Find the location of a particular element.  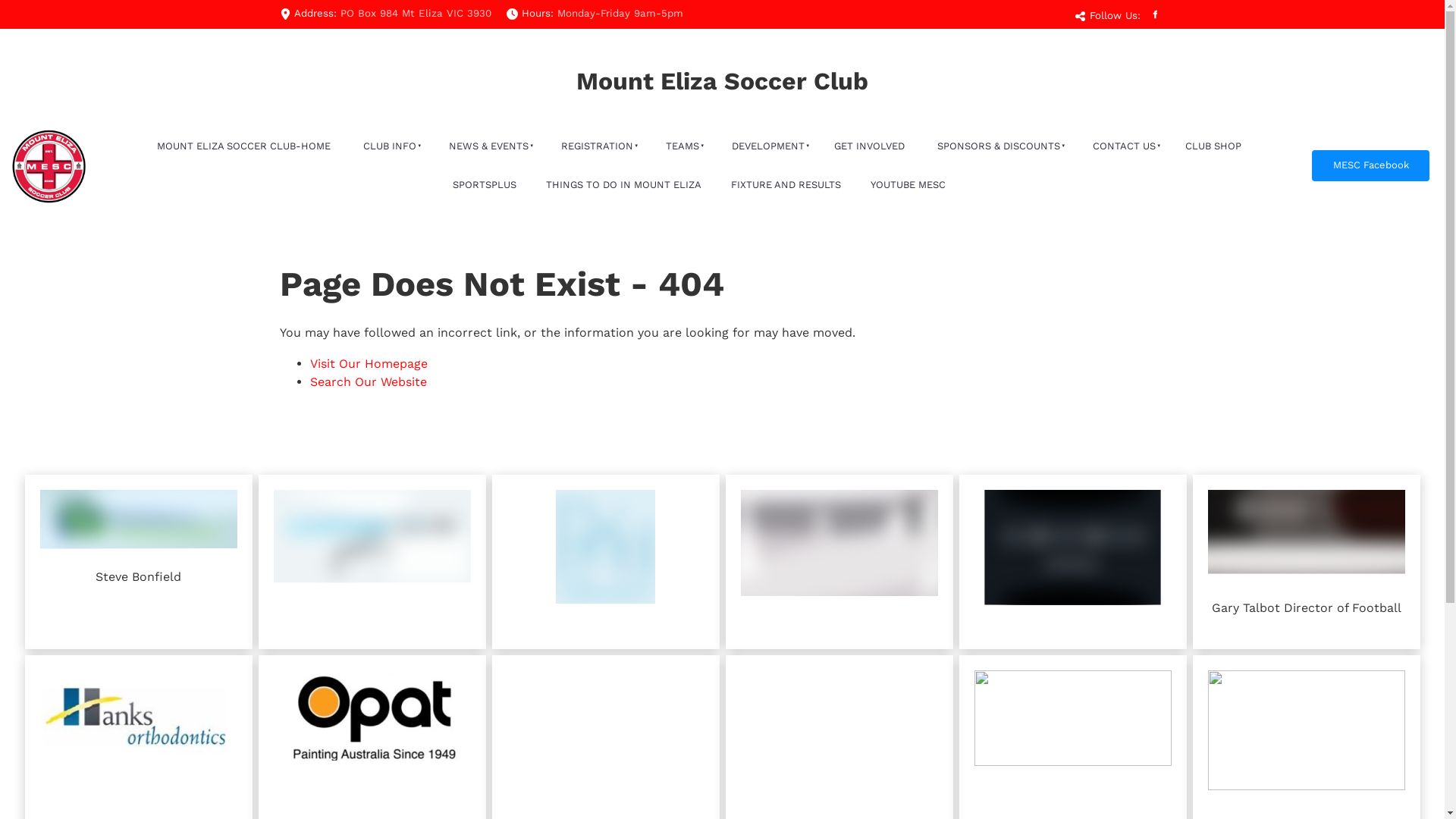

'YOUTUBE MESC' is located at coordinates (907, 184).